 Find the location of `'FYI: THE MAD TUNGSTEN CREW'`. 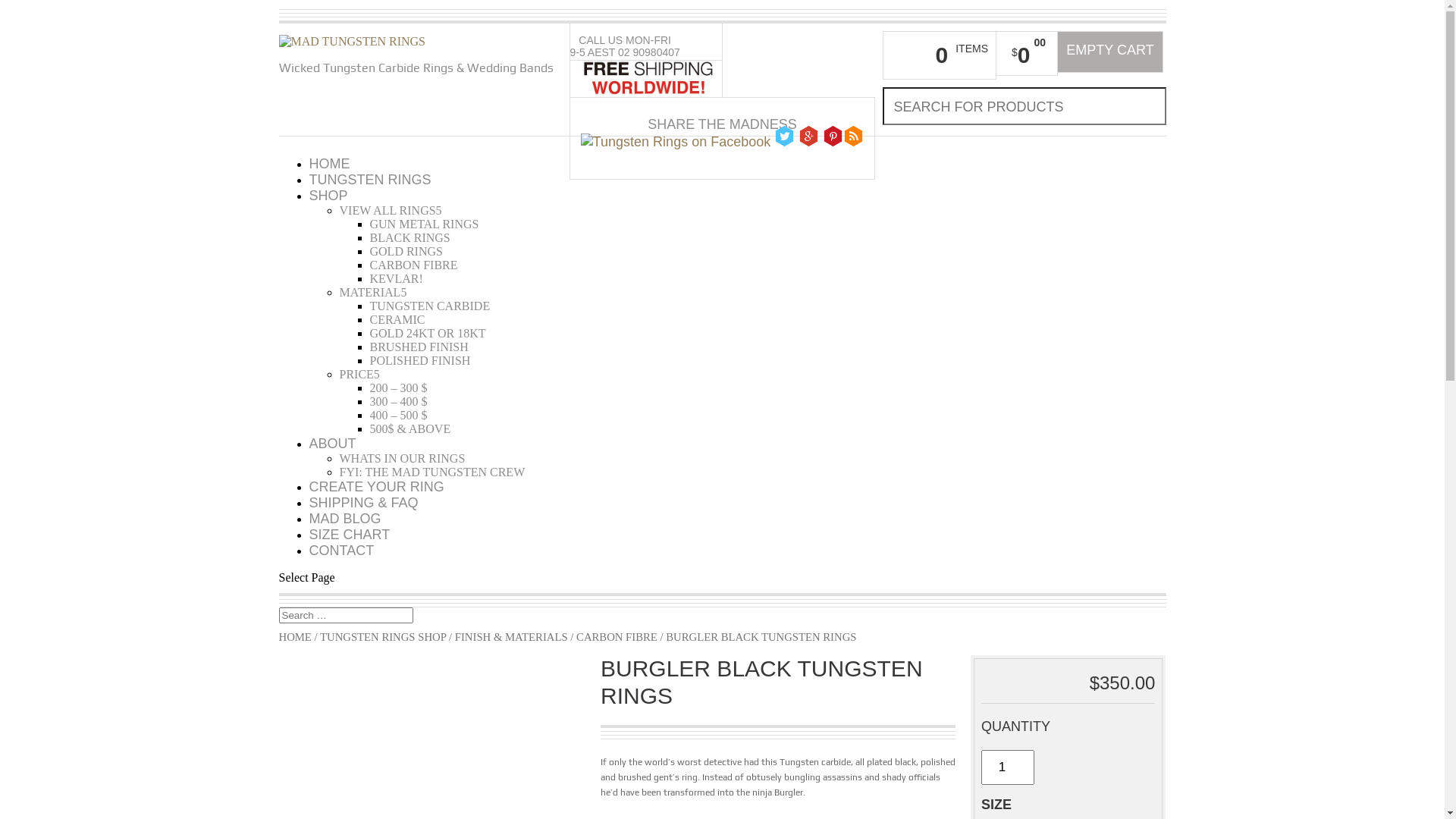

'FYI: THE MAD TUNGSTEN CREW' is located at coordinates (431, 471).